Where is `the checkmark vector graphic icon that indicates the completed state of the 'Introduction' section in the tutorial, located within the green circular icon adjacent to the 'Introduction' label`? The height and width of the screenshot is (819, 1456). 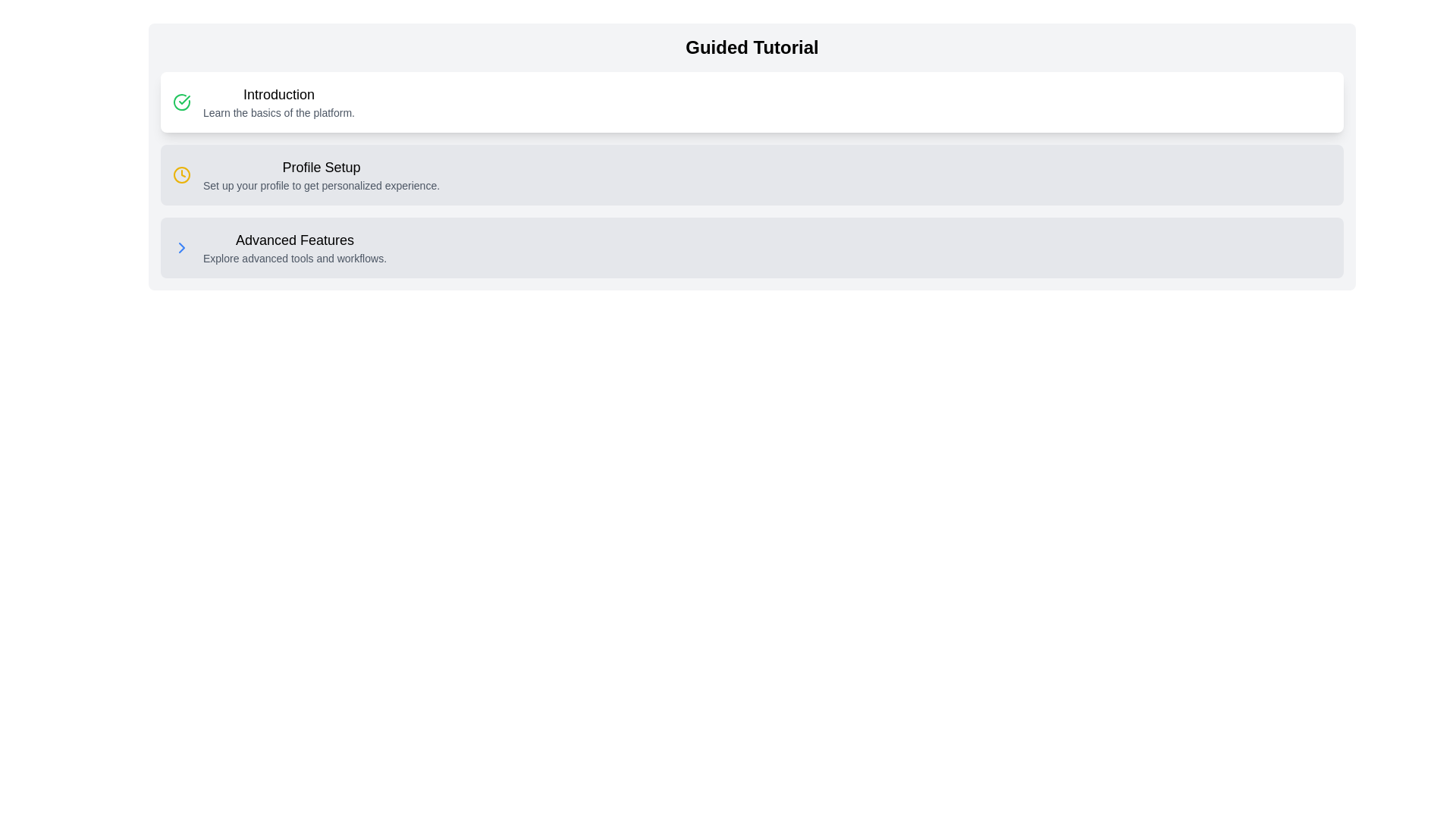
the checkmark vector graphic icon that indicates the completed state of the 'Introduction' section in the tutorial, located within the green circular icon adjacent to the 'Introduction' label is located at coordinates (184, 99).